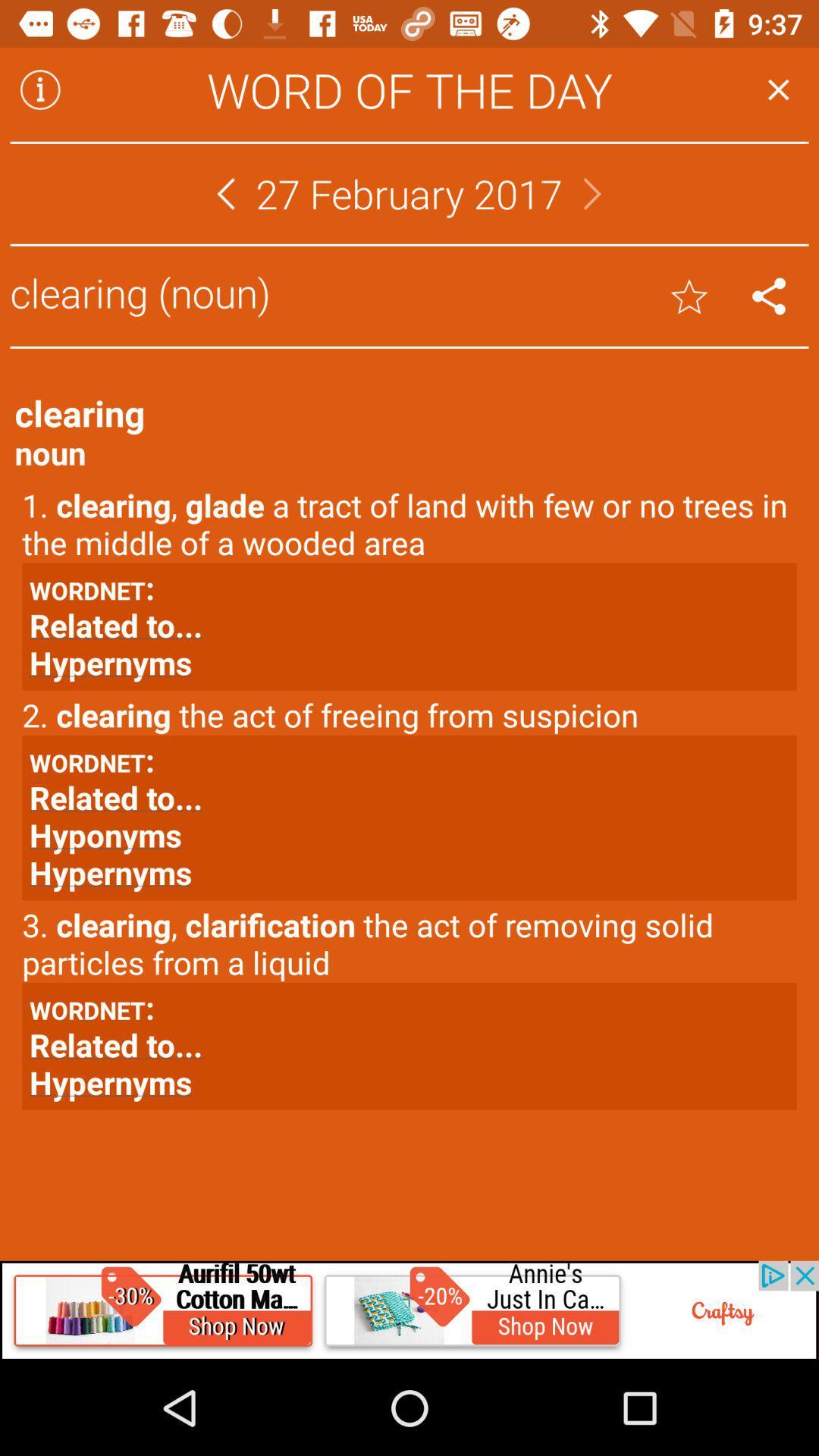 The height and width of the screenshot is (1456, 819). I want to click on information, so click(39, 89).